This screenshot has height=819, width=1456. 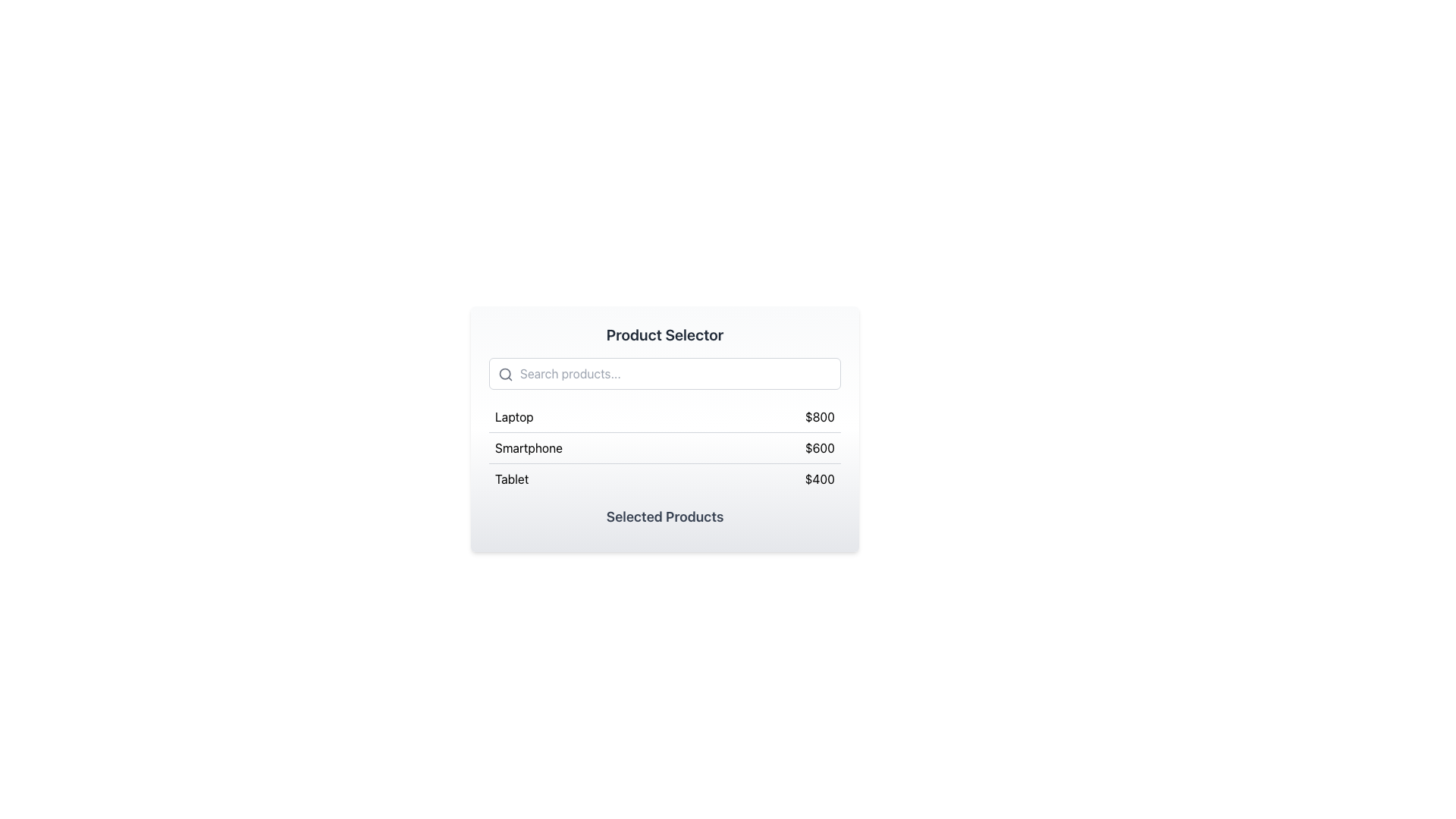 What do you see at coordinates (819, 447) in the screenshot?
I see `the price label indicating the price of the 'Smartphone' product in the product selector interface, located centrally within the 'Smartphone' row` at bounding box center [819, 447].